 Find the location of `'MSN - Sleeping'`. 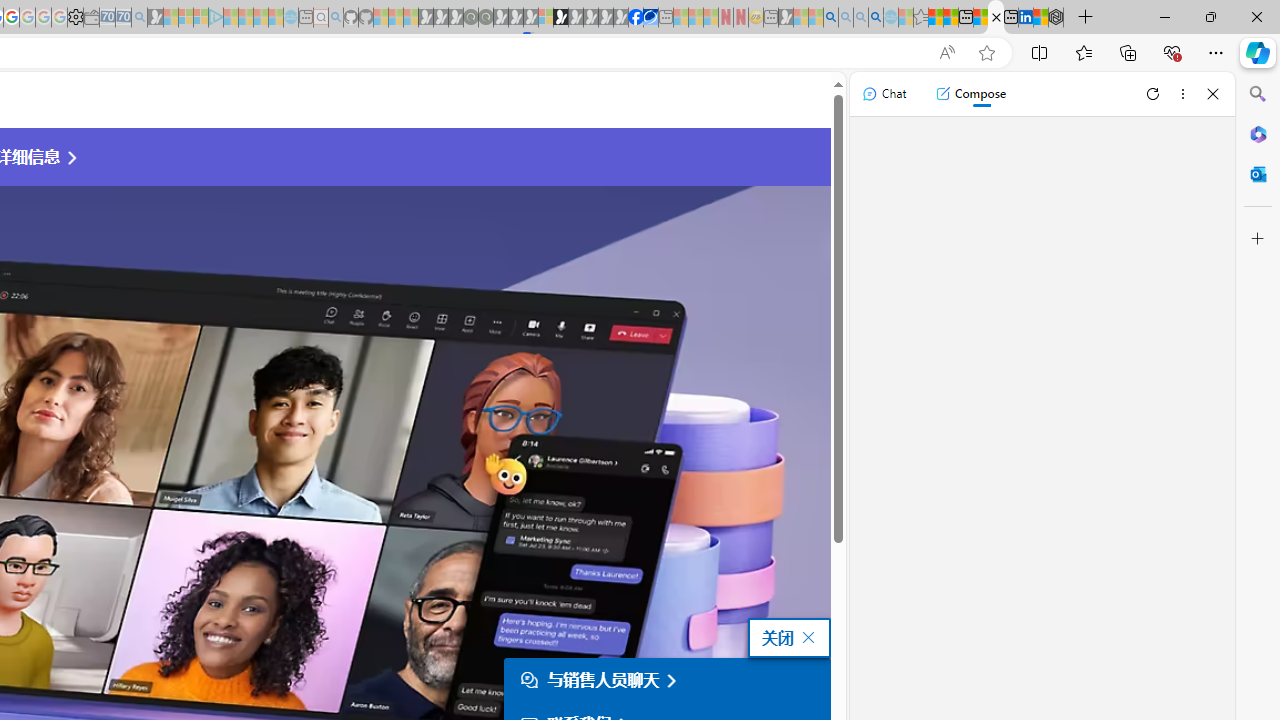

'MSN - Sleeping' is located at coordinates (785, 17).